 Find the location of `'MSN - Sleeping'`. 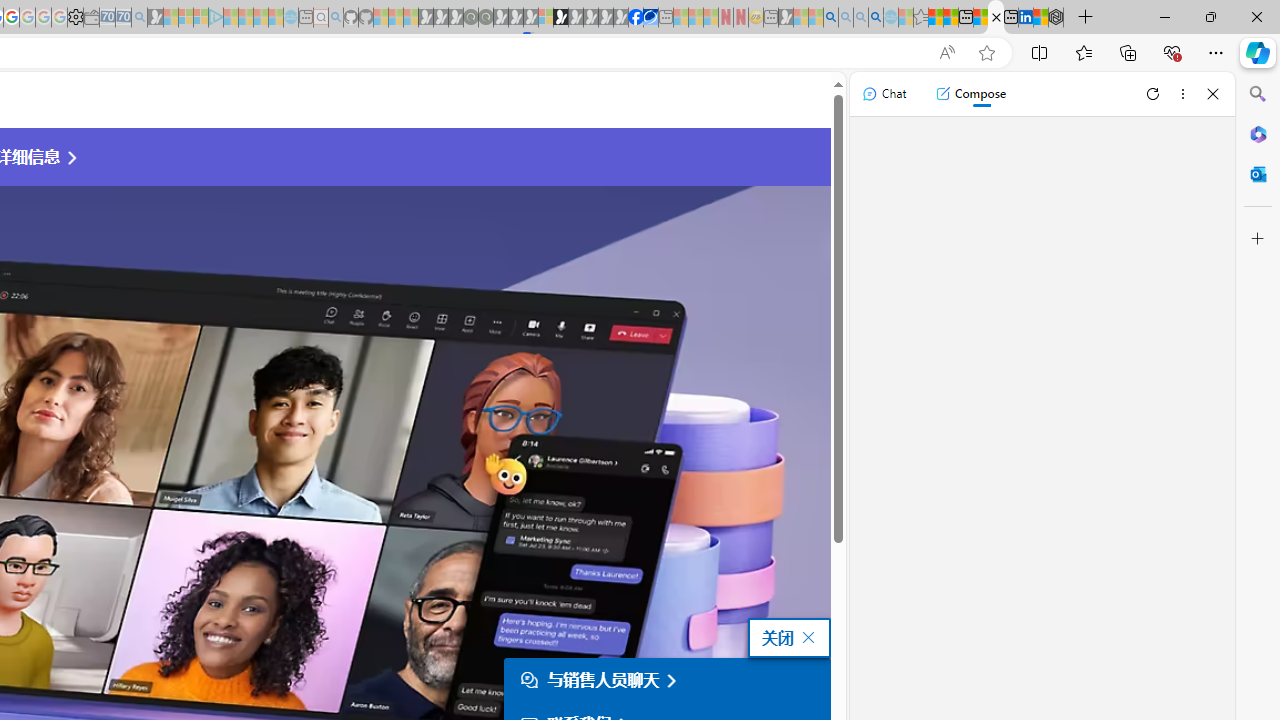

'MSN - Sleeping' is located at coordinates (785, 17).